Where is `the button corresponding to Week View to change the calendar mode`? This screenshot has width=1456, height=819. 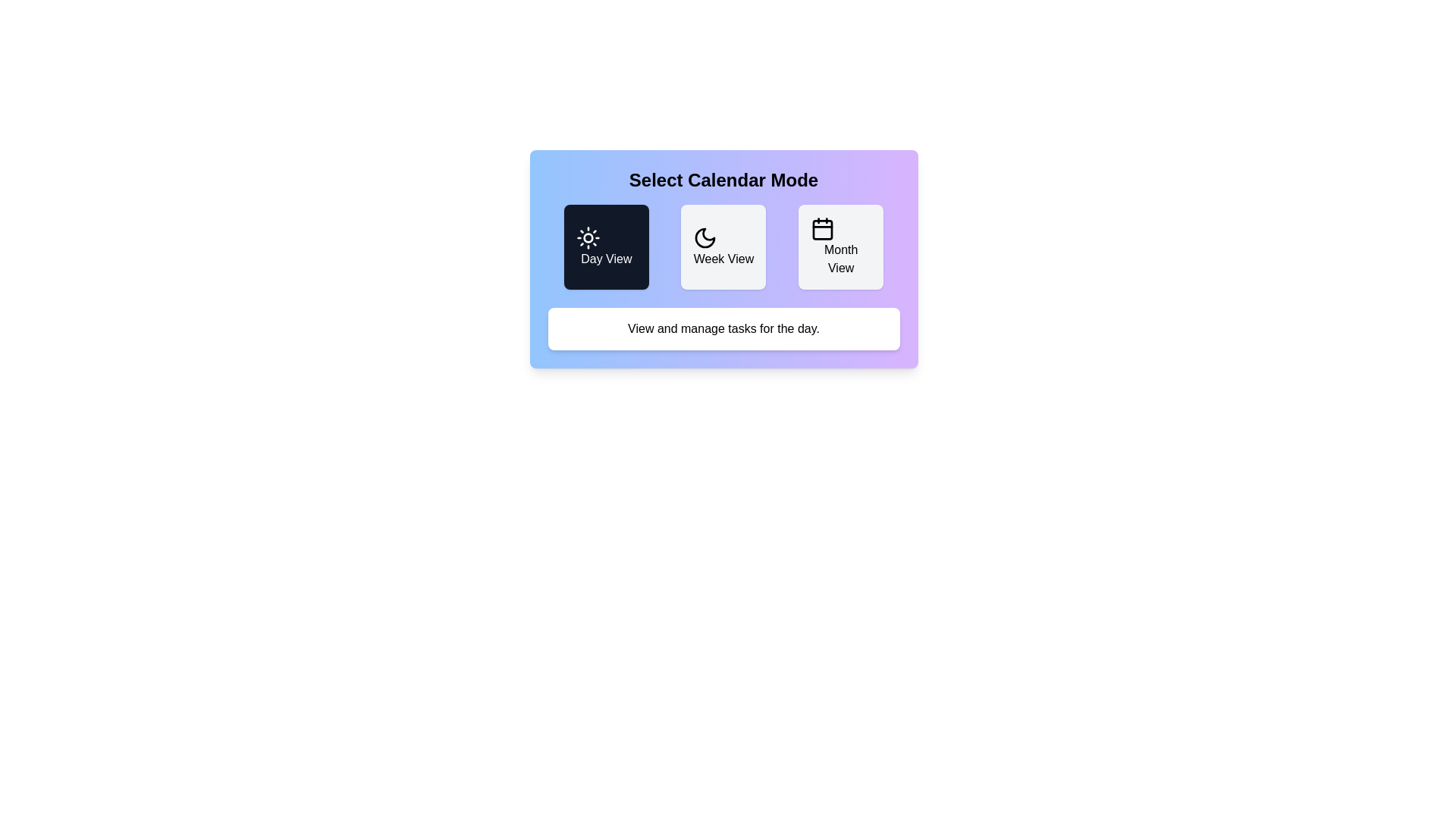 the button corresponding to Week View to change the calendar mode is located at coordinates (723, 246).